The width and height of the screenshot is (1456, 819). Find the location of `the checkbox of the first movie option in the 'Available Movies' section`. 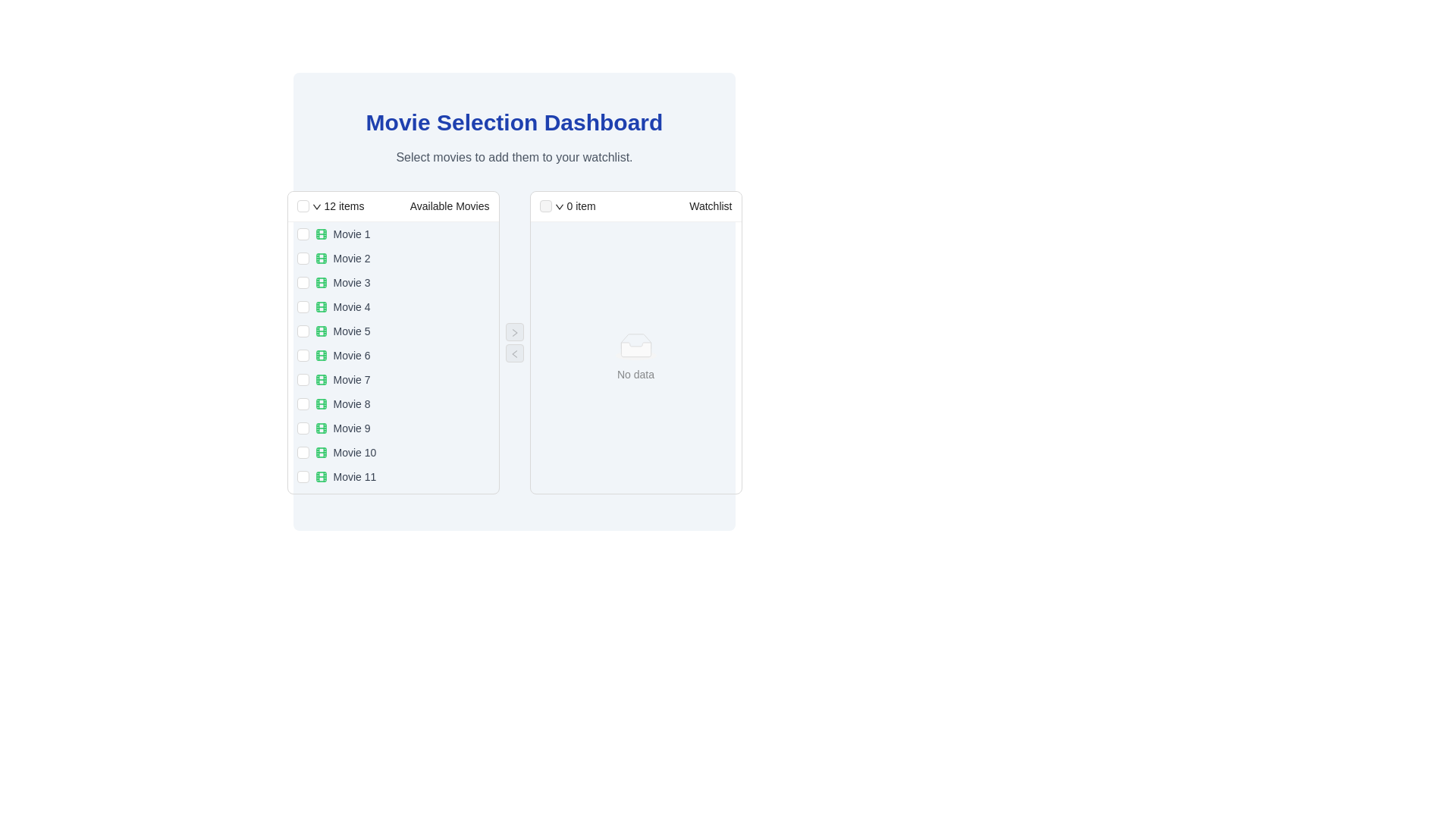

the checkbox of the first movie option in the 'Available Movies' section is located at coordinates (393, 234).